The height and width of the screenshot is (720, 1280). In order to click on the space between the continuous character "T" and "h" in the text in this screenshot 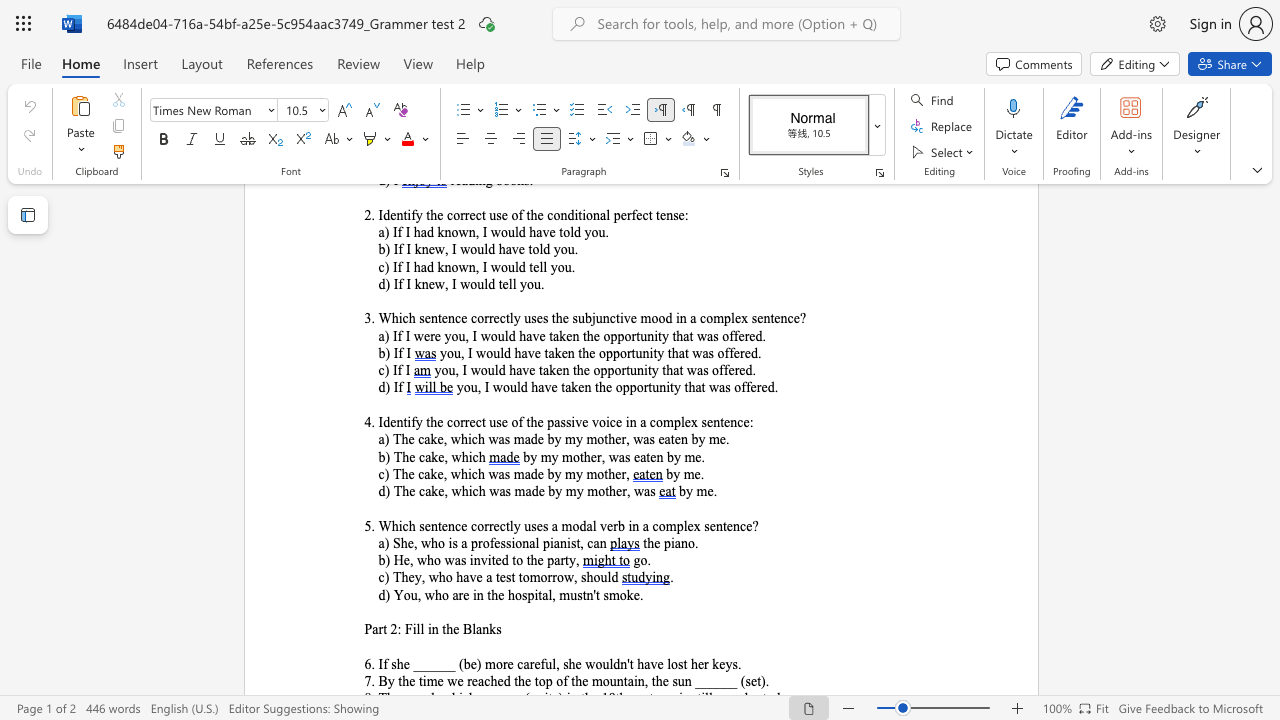, I will do `click(400, 577)`.